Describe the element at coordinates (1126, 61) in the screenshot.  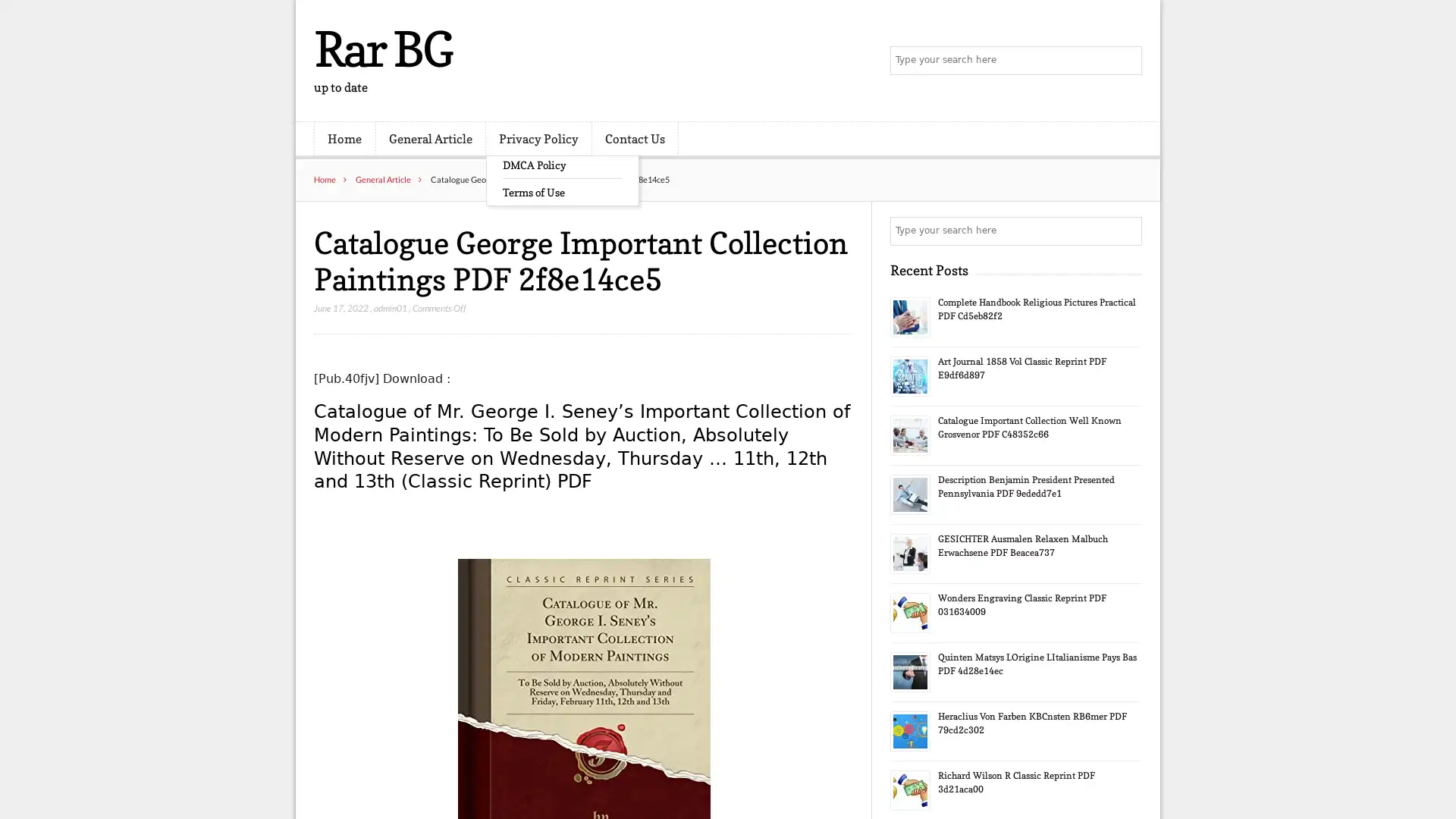
I see `Search` at that location.